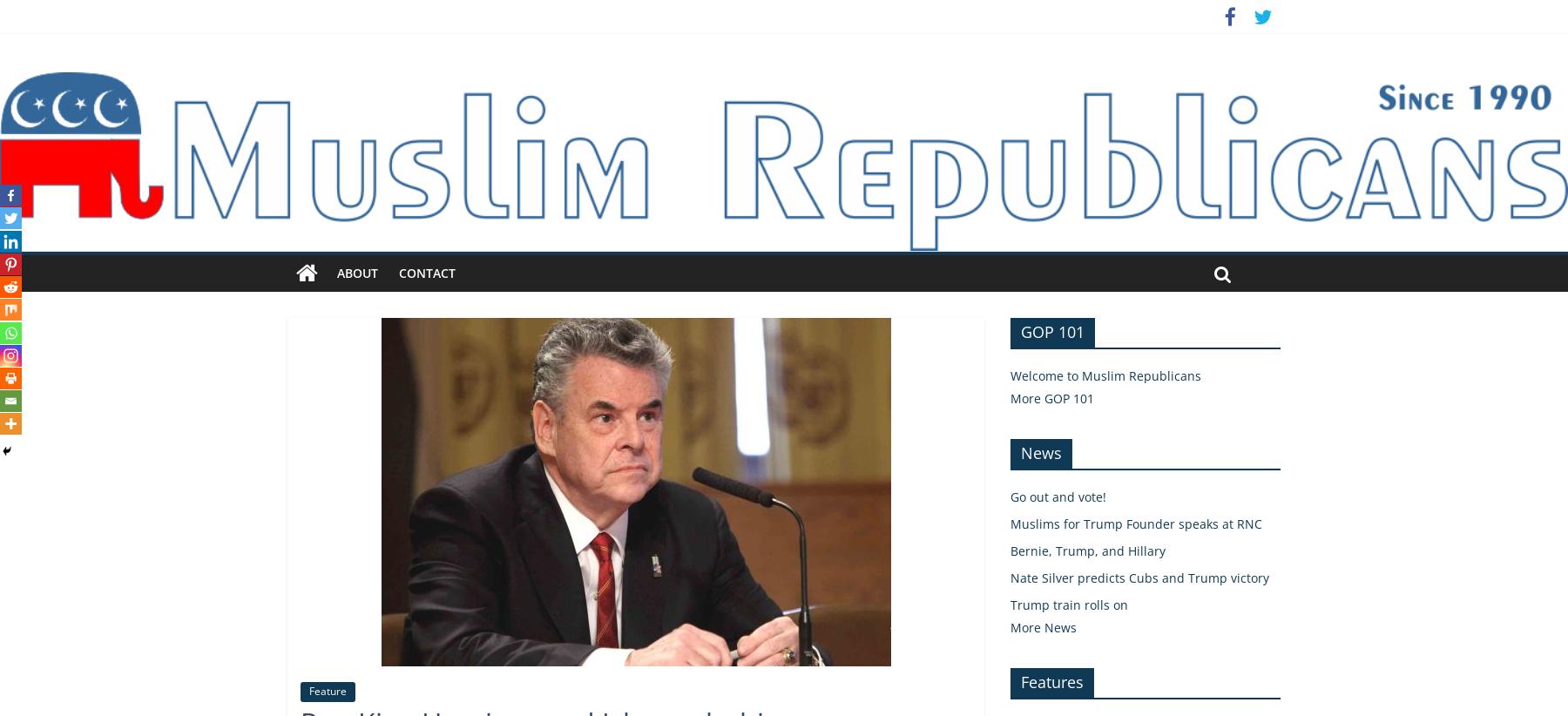 The width and height of the screenshot is (1568, 716). Describe the element at coordinates (1088, 550) in the screenshot. I see `'Bernie, Trump, and Hillary'` at that location.